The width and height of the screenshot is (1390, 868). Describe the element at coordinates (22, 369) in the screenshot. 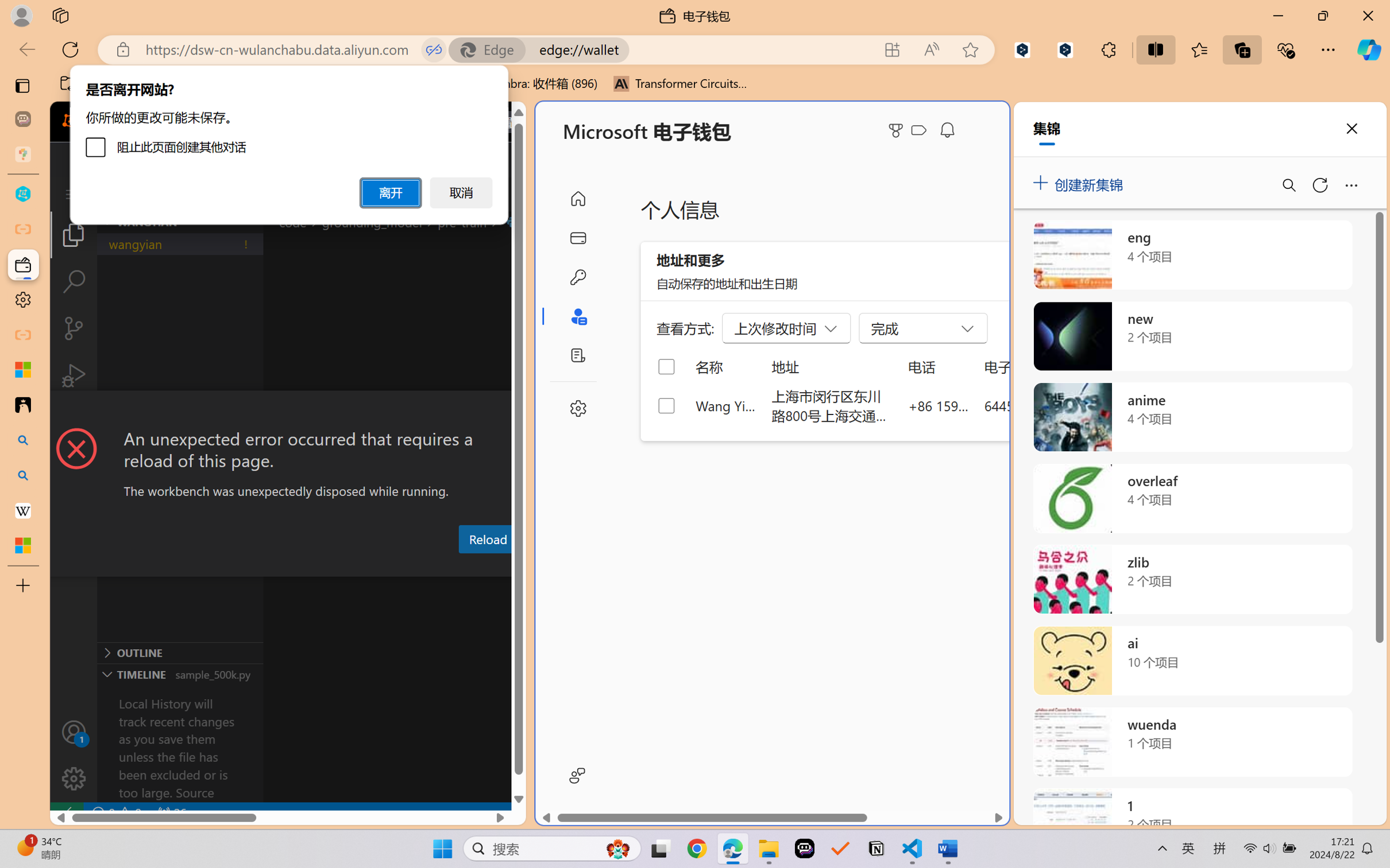

I see `'Adjust indents and spacing - Microsoft Support'` at that location.